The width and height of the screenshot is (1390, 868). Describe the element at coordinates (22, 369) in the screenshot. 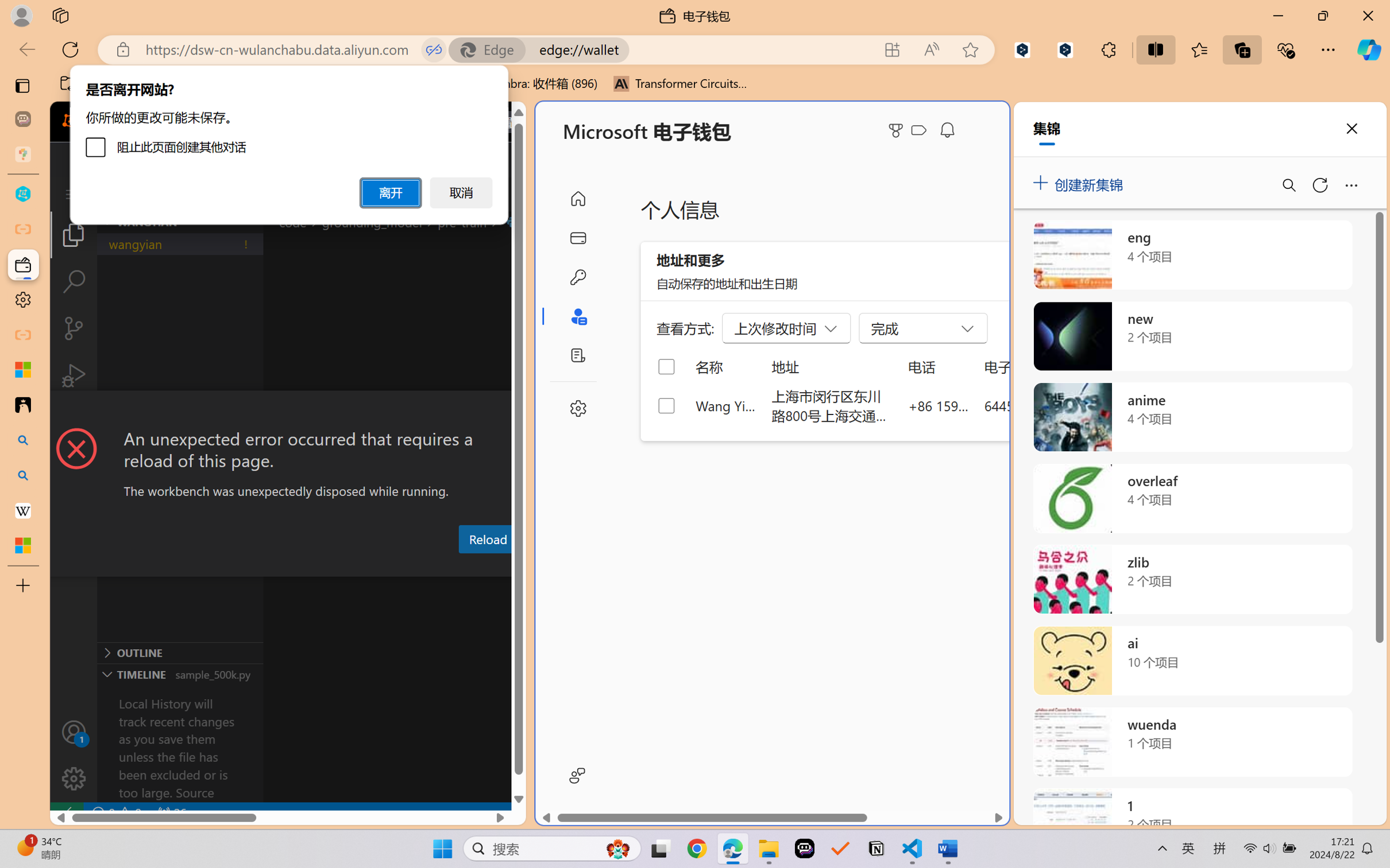

I see `'Adjust indents and spacing - Microsoft Support'` at that location.